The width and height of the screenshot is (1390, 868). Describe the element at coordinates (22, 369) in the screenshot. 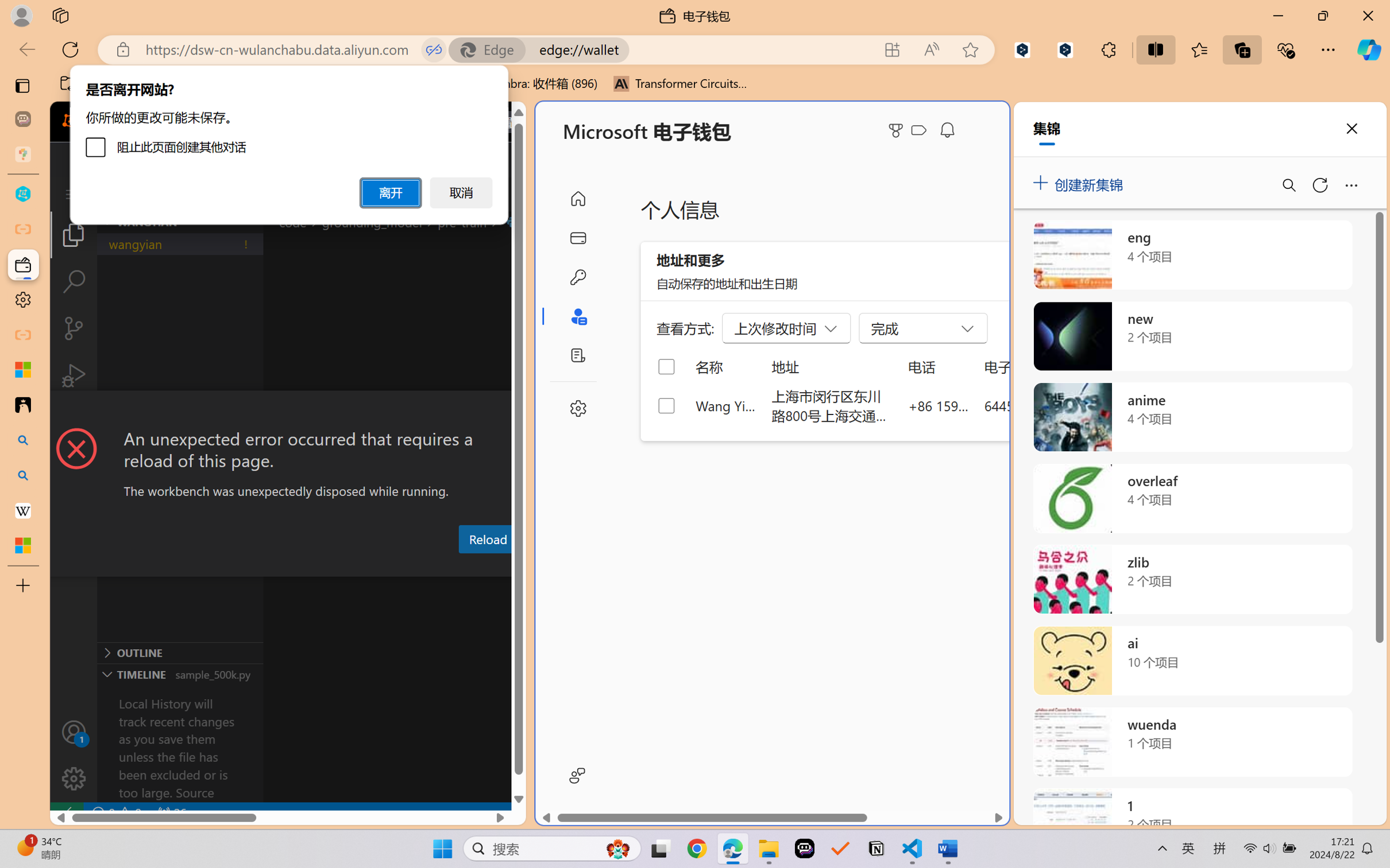

I see `'Adjust indents and spacing - Microsoft Support'` at that location.